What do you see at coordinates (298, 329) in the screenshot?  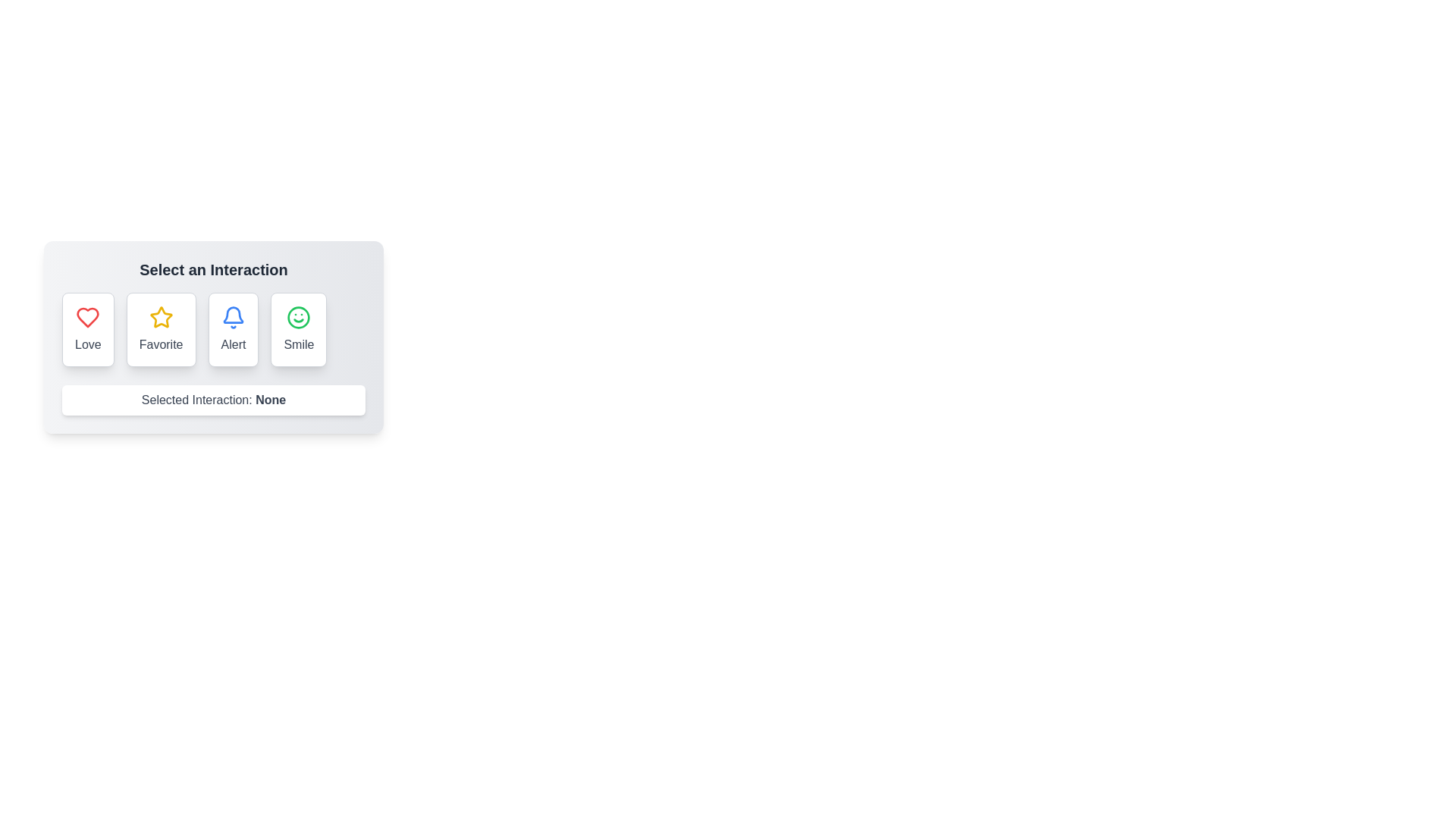 I see `the button labeled Smile to observe the hover effect` at bounding box center [298, 329].